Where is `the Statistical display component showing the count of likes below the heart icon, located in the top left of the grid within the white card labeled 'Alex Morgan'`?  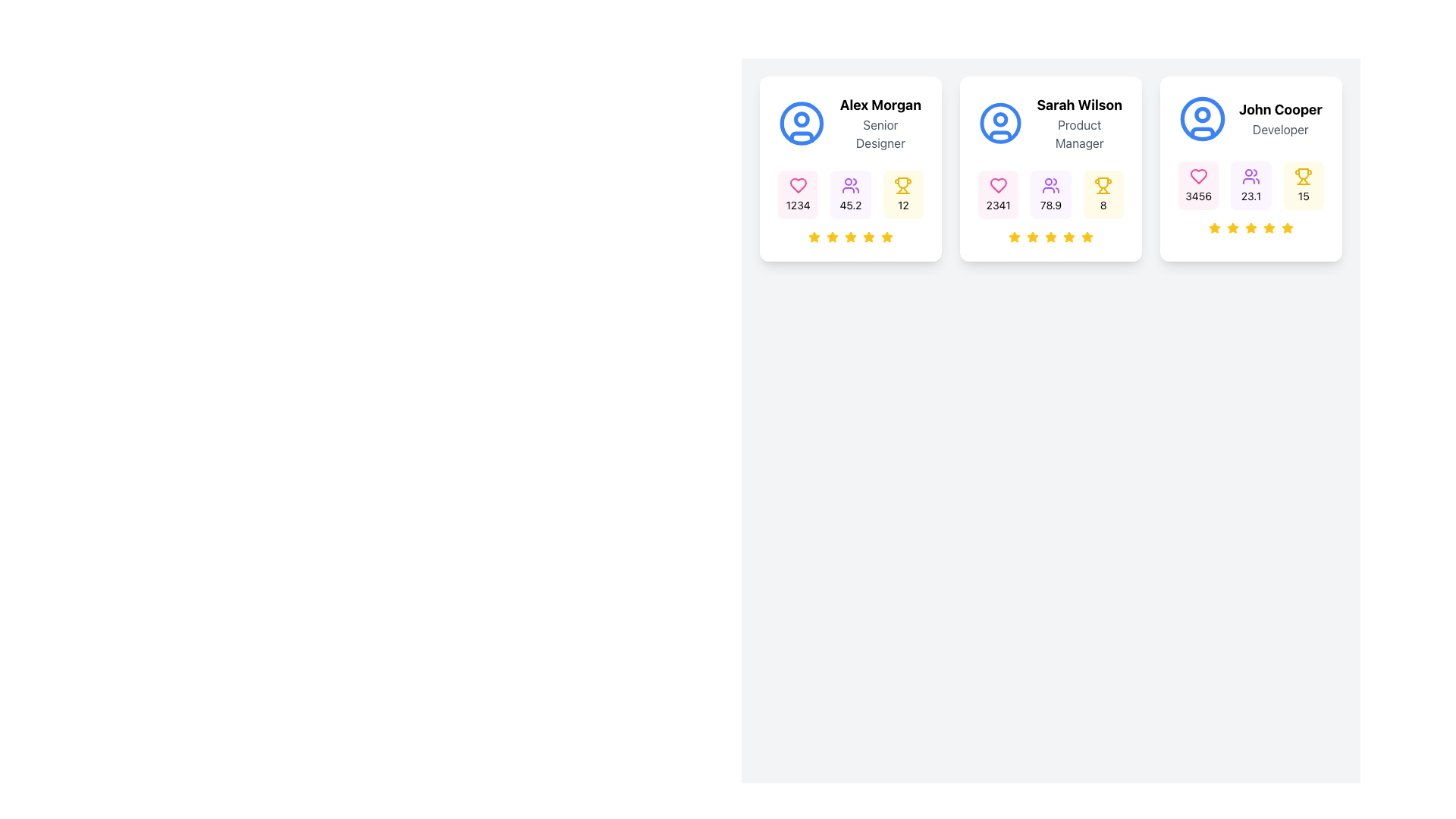
the Statistical display component showing the count of likes below the heart icon, located in the top left of the grid within the white card labeled 'Alex Morgan' is located at coordinates (797, 194).